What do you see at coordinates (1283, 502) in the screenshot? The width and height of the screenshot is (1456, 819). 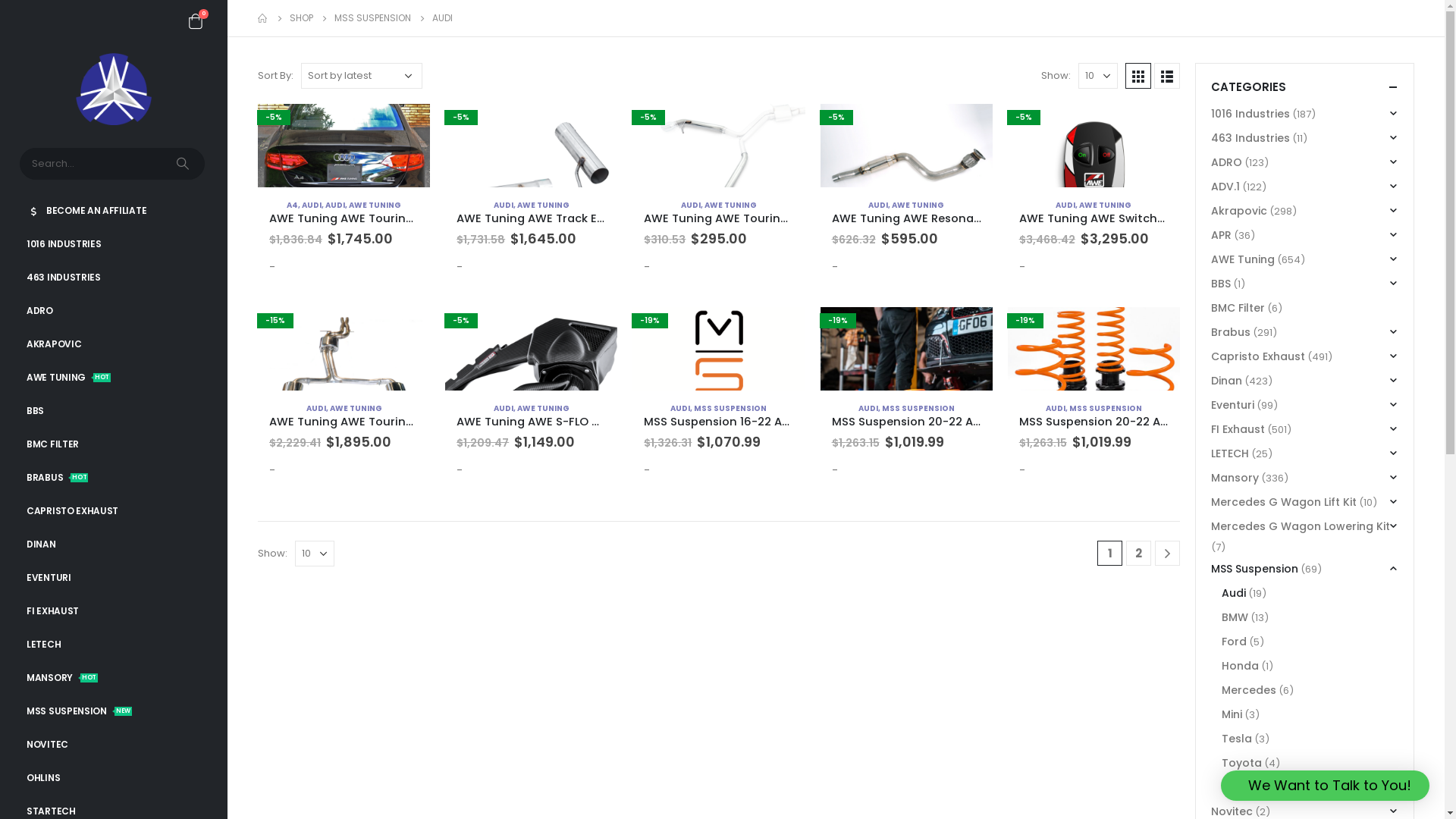 I see `'Mercedes G Wagon Lift Kit'` at bounding box center [1283, 502].